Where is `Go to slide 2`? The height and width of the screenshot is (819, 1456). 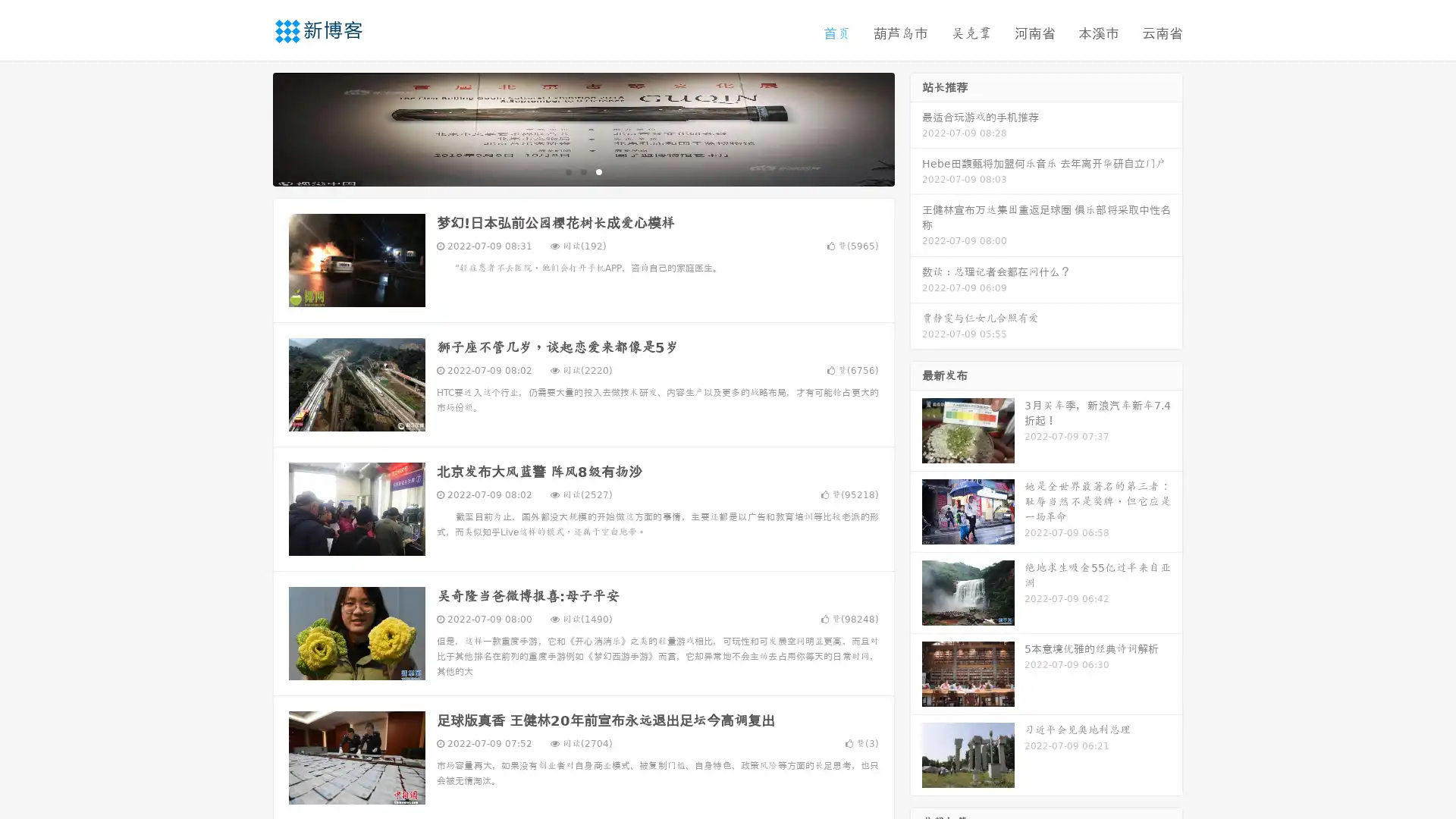 Go to slide 2 is located at coordinates (582, 171).